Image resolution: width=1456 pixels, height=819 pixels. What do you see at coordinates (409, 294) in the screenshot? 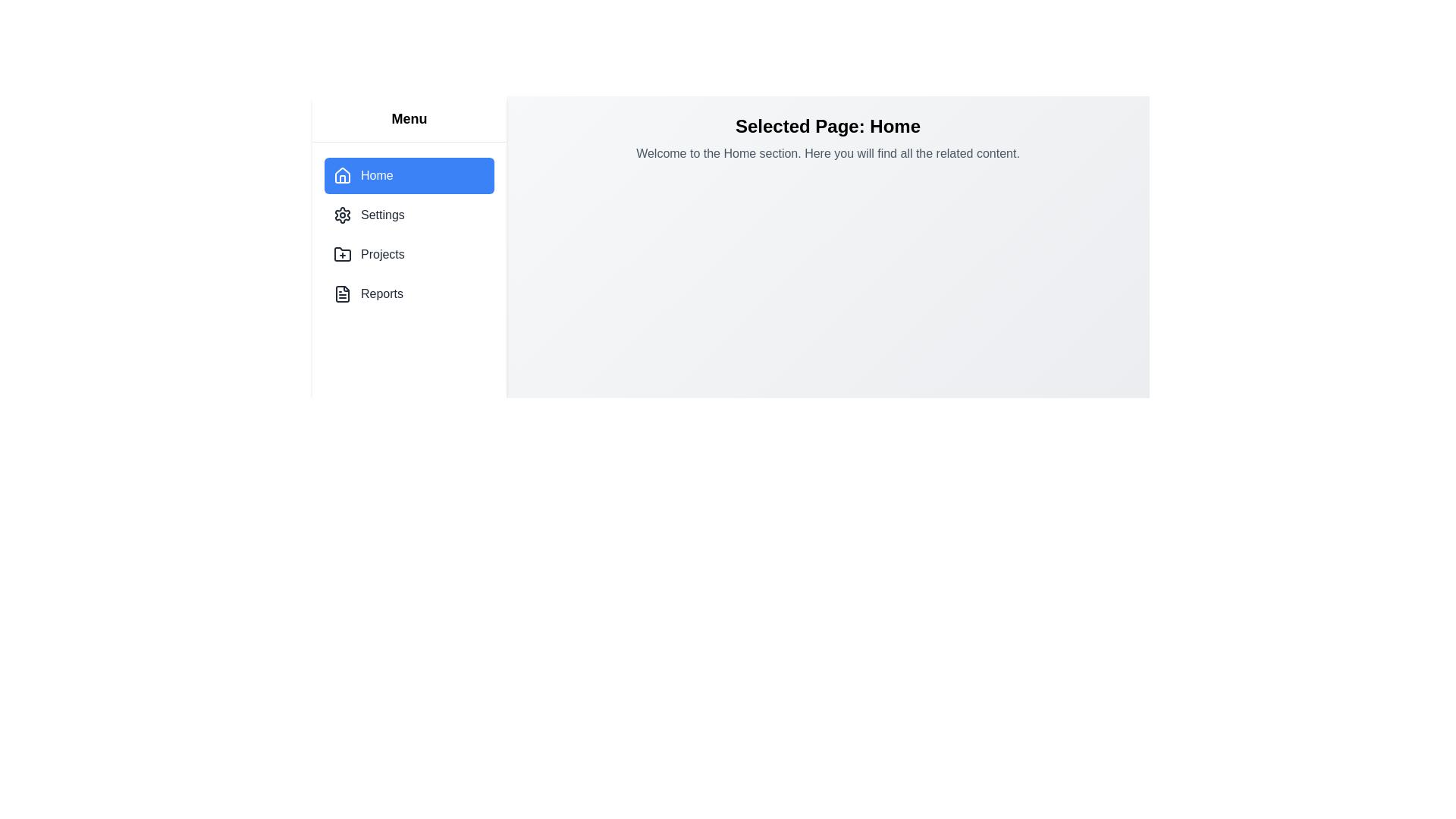
I see `the 'Reports' button` at bounding box center [409, 294].